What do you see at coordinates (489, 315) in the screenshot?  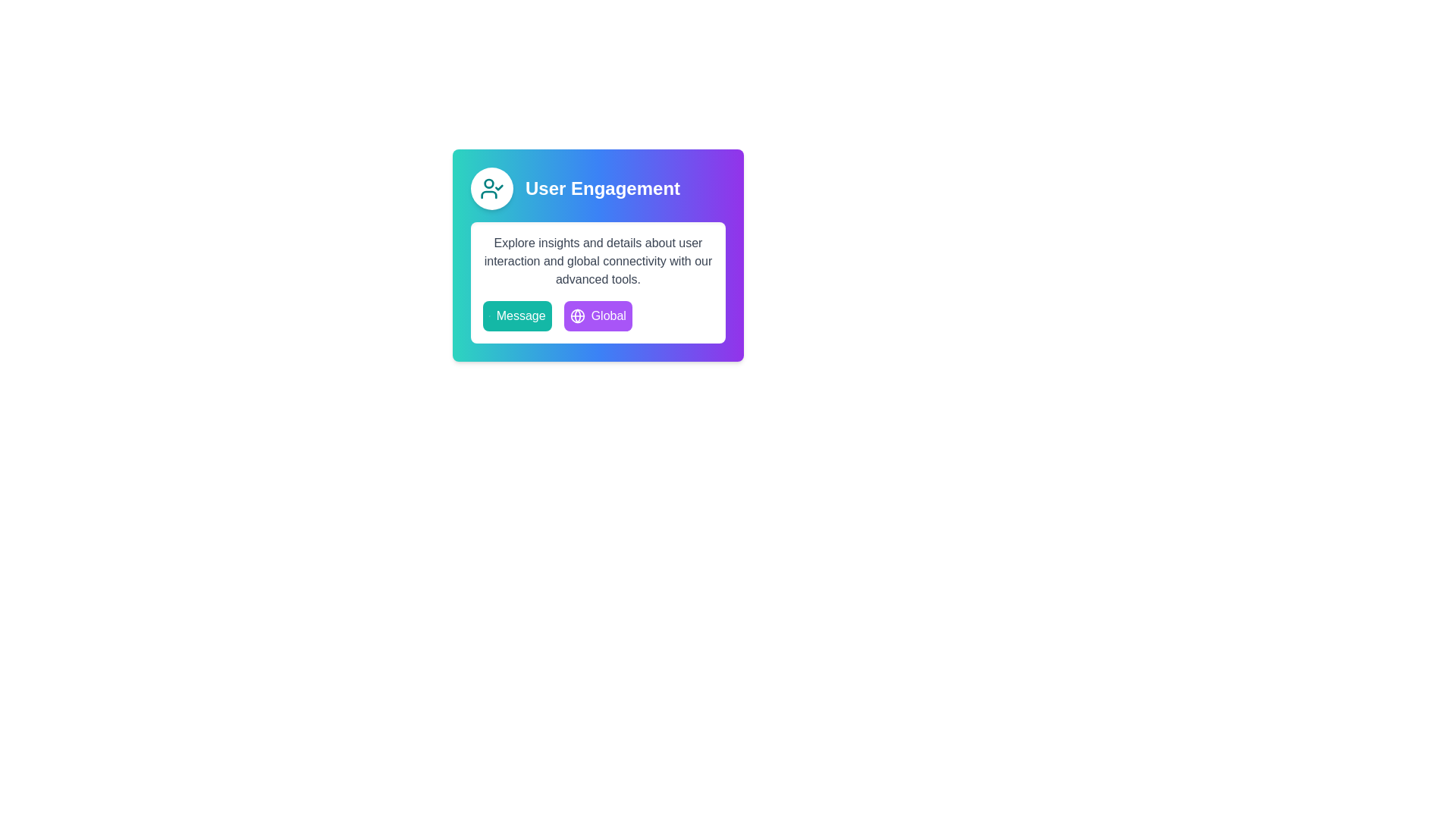 I see `the 'Message' button which contains a speech bubble icon on its left side, styled with a circular outline and a teal background` at bounding box center [489, 315].